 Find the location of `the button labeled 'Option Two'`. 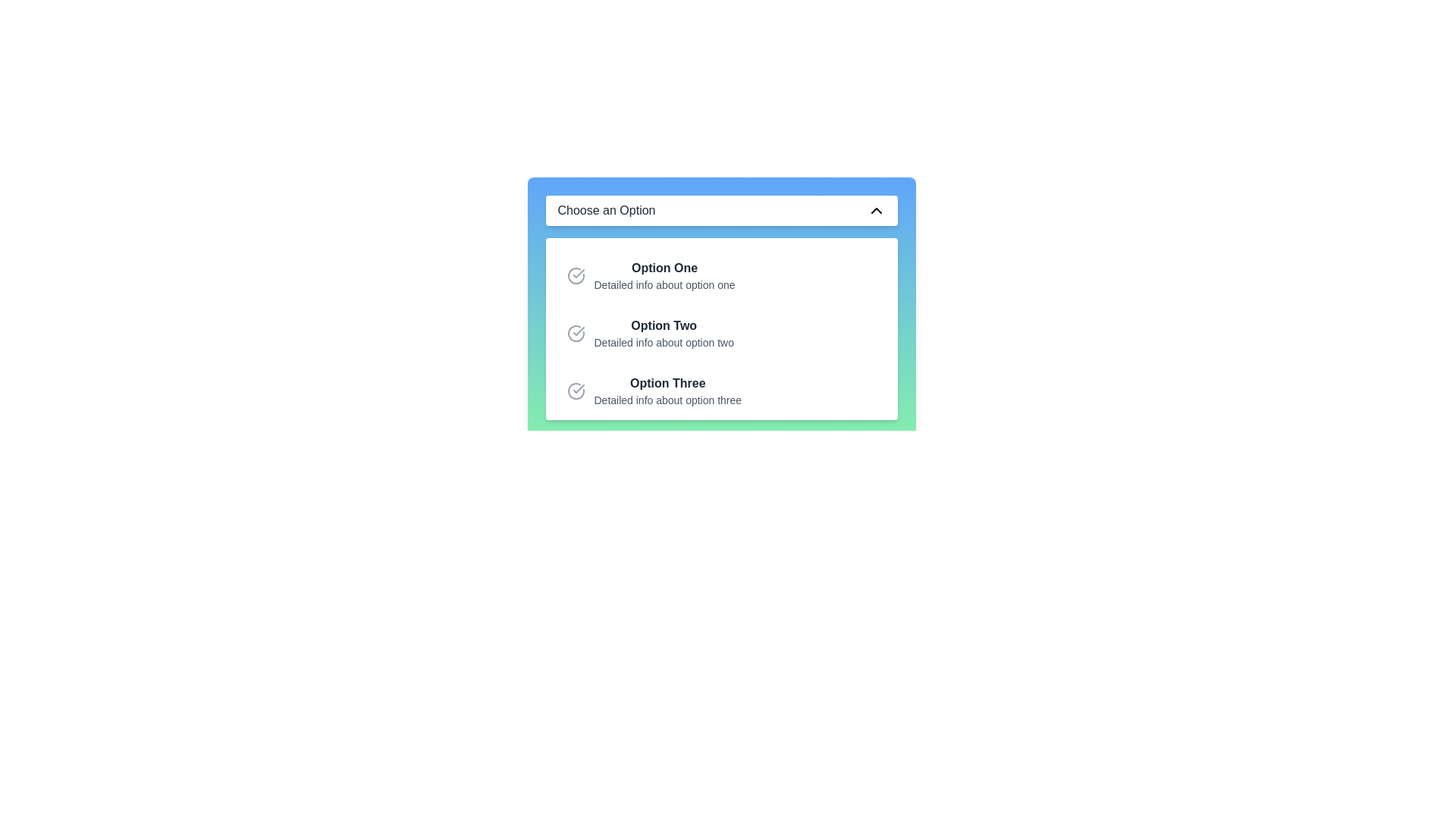

the button labeled 'Option Two' is located at coordinates (664, 332).